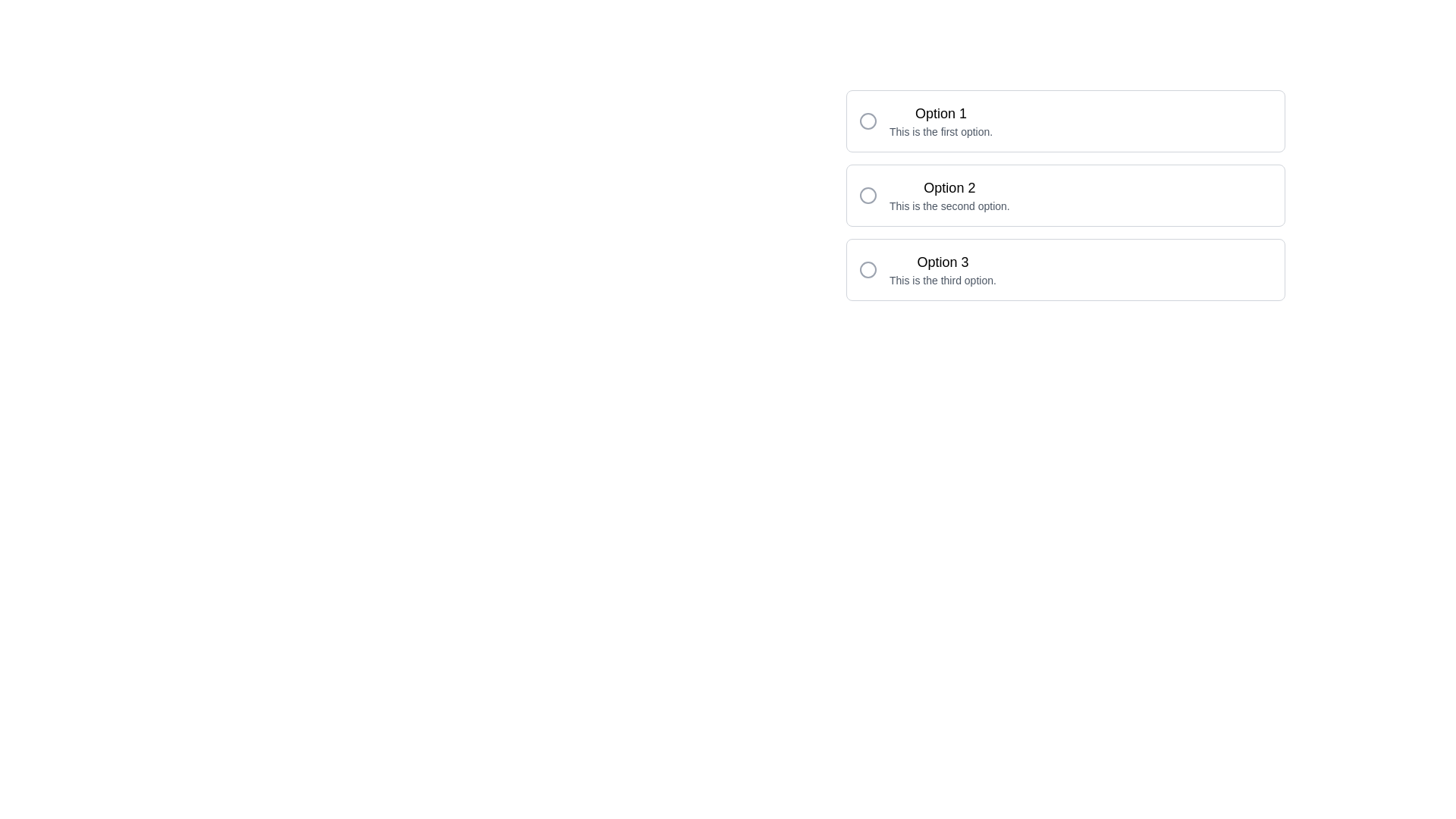 This screenshot has width=1456, height=819. What do you see at coordinates (868, 195) in the screenshot?
I see `the second radio button in a vertical group of selectable options, which is circular with a gray border and currently unselected` at bounding box center [868, 195].